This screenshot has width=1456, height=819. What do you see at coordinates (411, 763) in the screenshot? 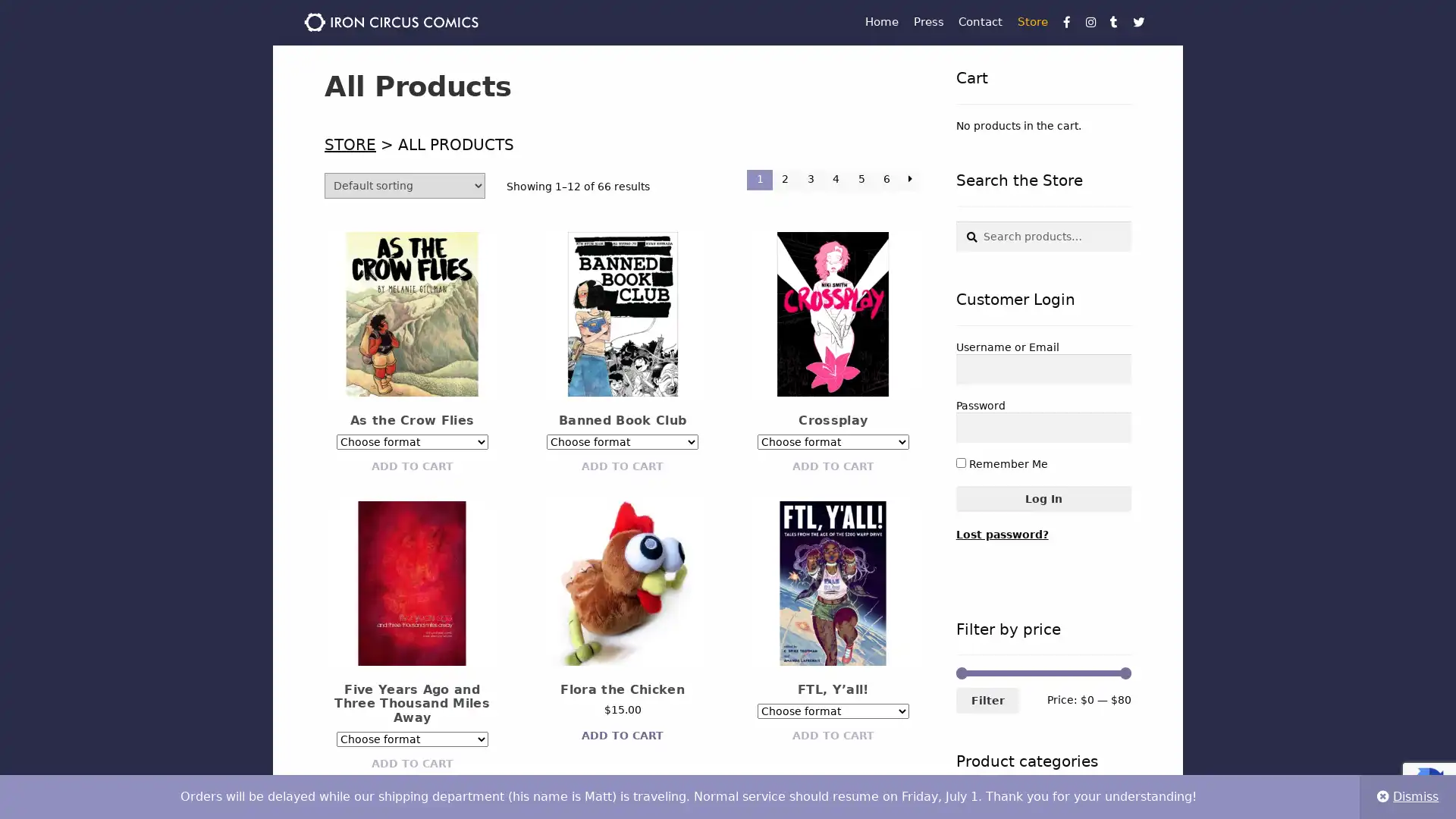
I see `ADD TO CART` at bounding box center [411, 763].